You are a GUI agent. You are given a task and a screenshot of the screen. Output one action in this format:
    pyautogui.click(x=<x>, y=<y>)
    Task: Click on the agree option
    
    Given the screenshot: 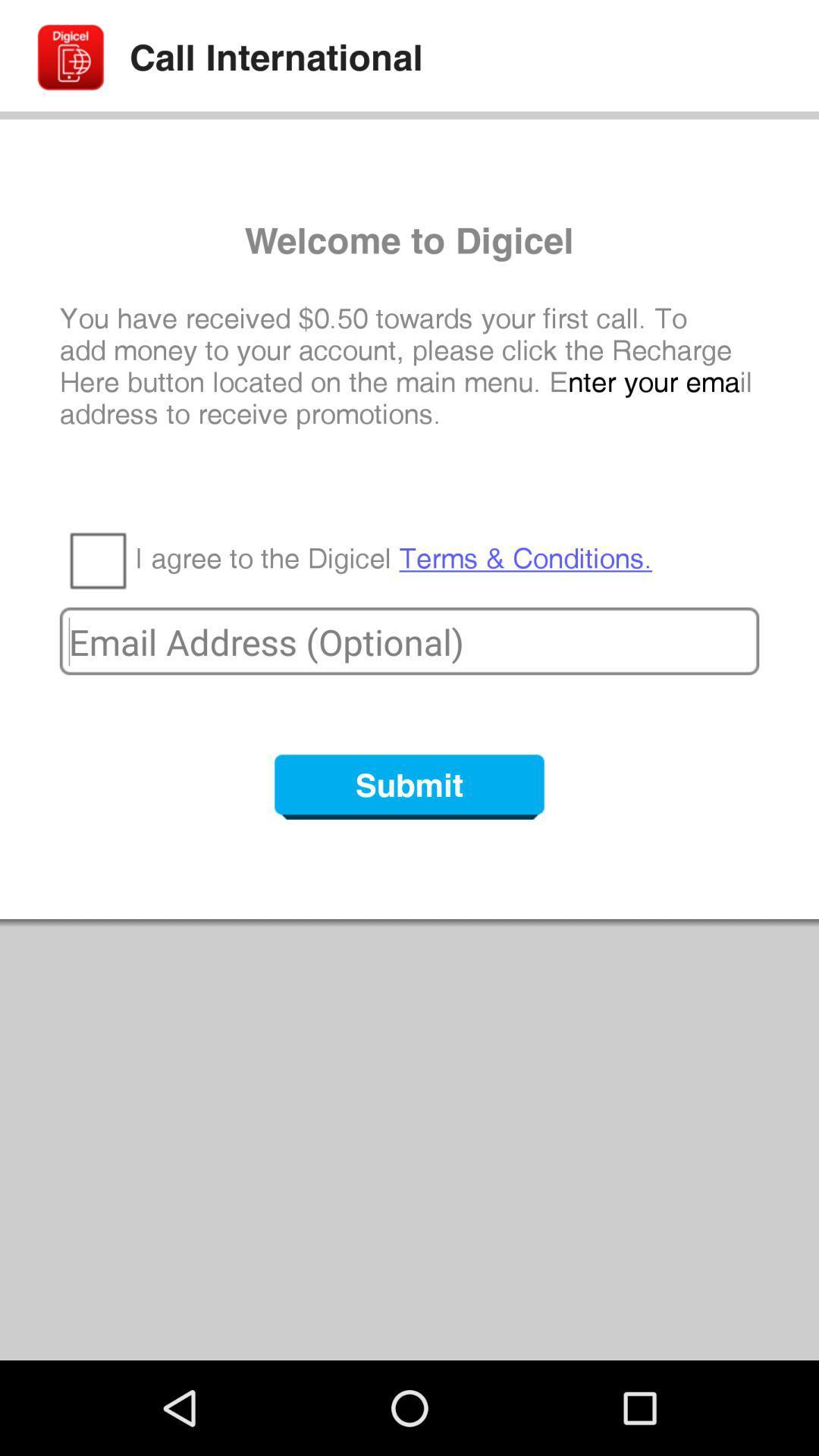 What is the action you would take?
    pyautogui.click(x=97, y=559)
    